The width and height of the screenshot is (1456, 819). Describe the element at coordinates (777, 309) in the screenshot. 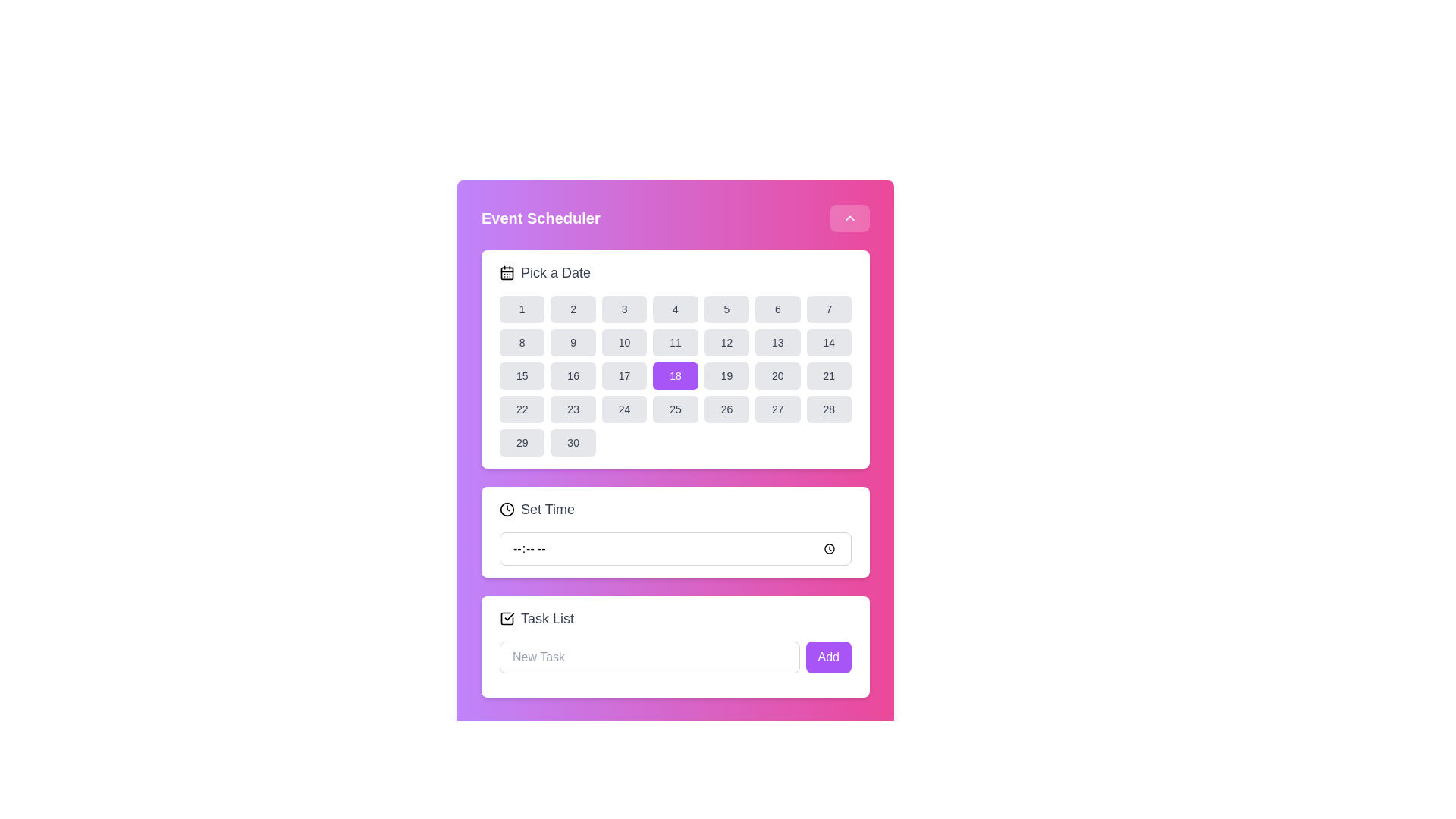

I see `the button in the calendar grid that represents the 6th day` at that location.